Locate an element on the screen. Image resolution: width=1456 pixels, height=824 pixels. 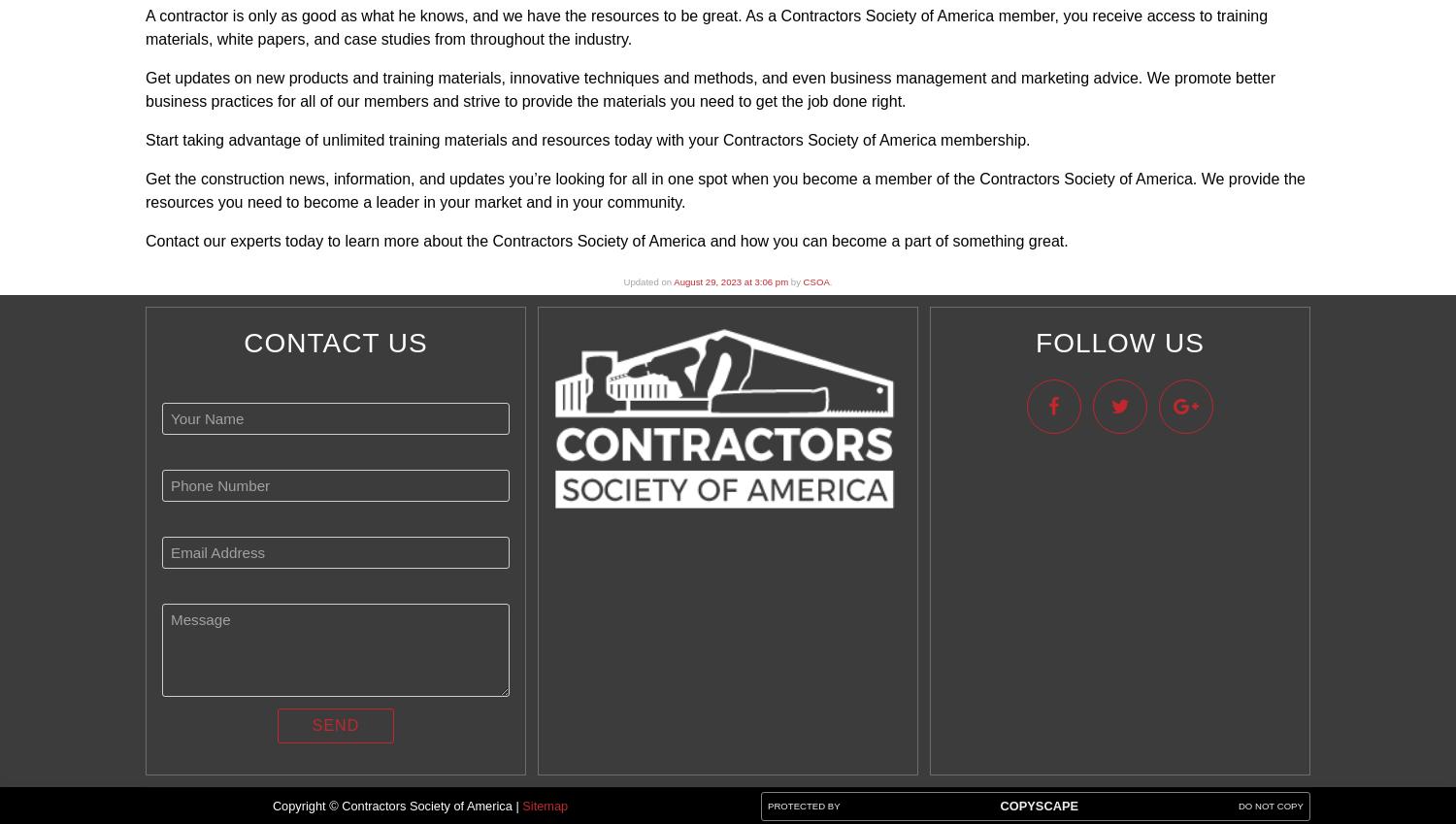
'Contractors Society of America |' is located at coordinates (431, 806).